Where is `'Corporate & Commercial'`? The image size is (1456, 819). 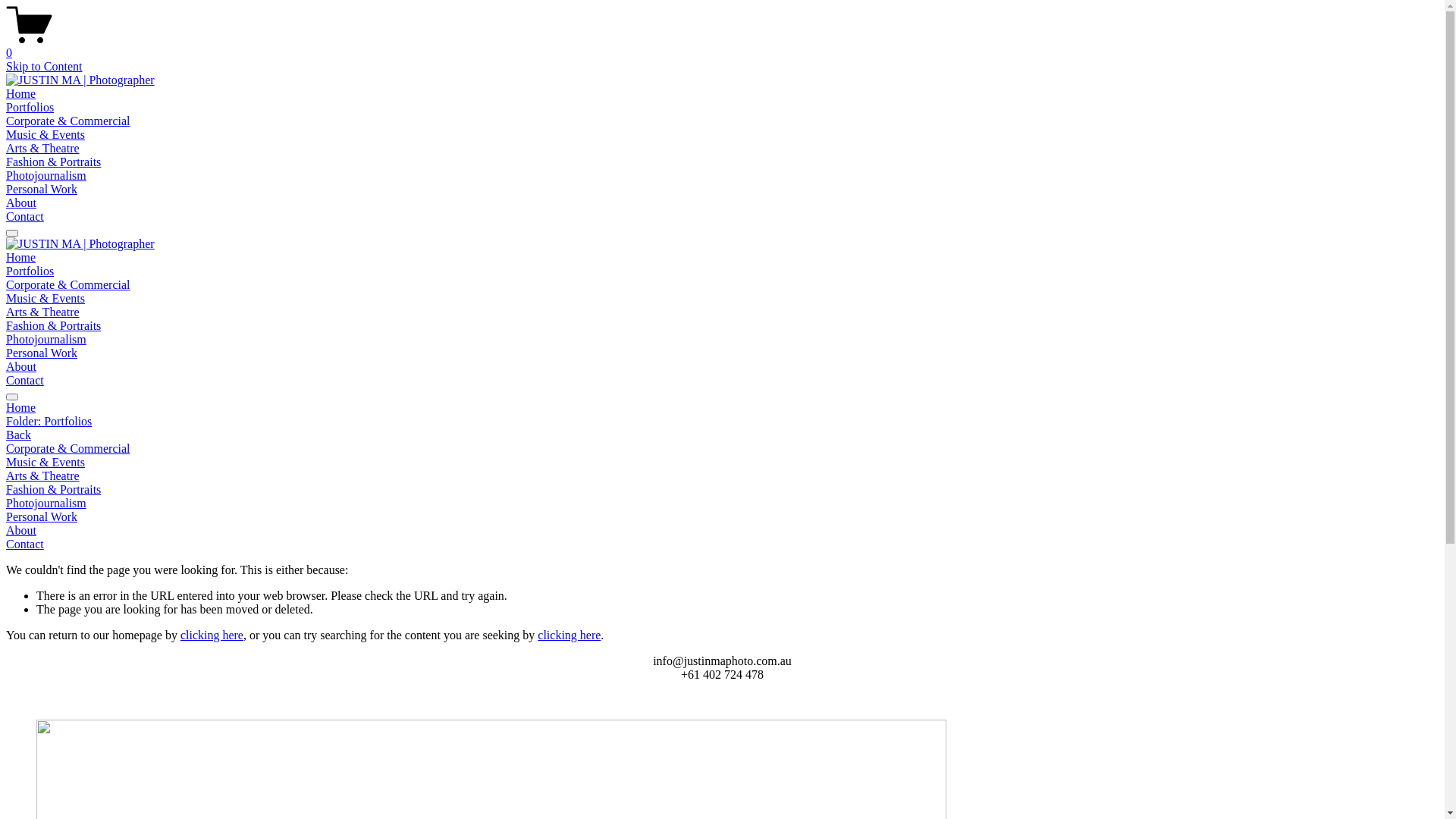
'Corporate & Commercial' is located at coordinates (67, 120).